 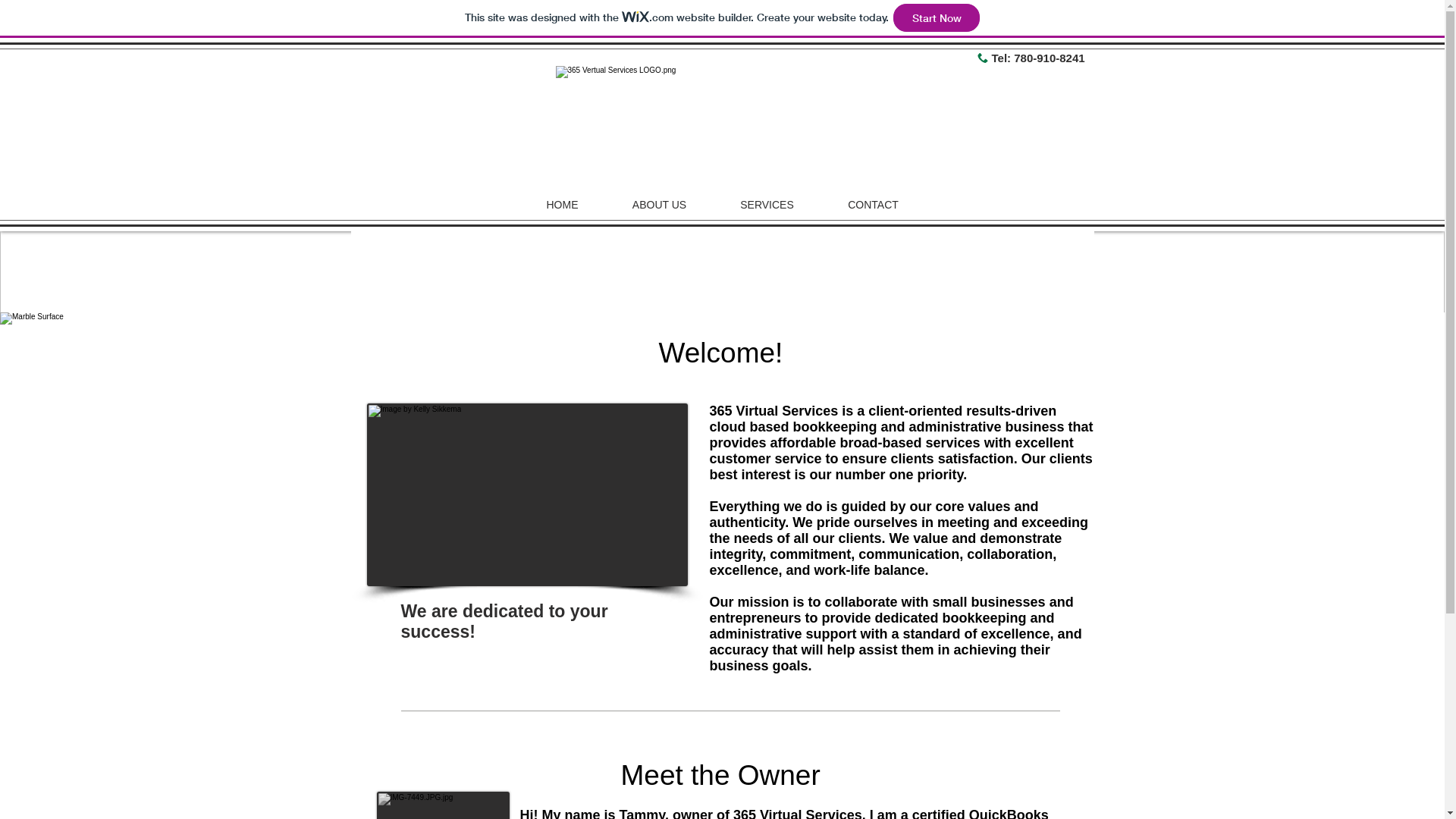 What do you see at coordinates (819, 205) in the screenshot?
I see `'CONTACT'` at bounding box center [819, 205].